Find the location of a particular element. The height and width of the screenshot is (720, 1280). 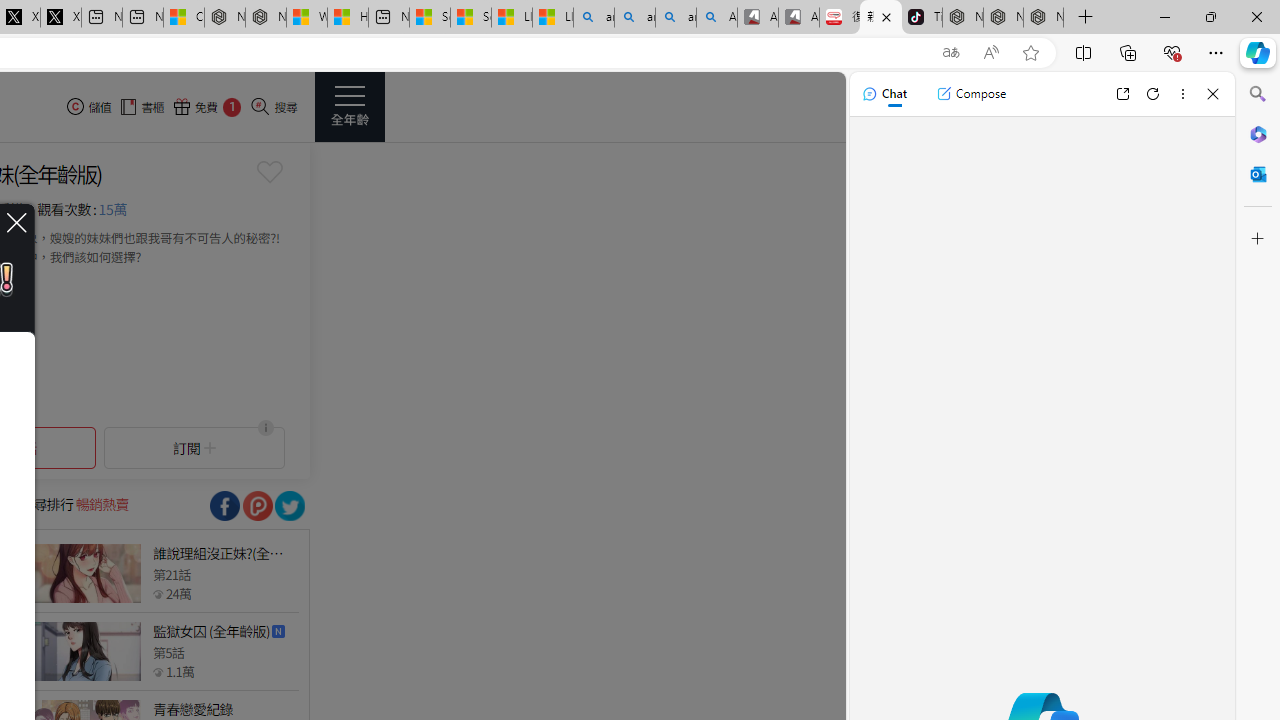

'Class: socialShare' is located at coordinates (288, 505).